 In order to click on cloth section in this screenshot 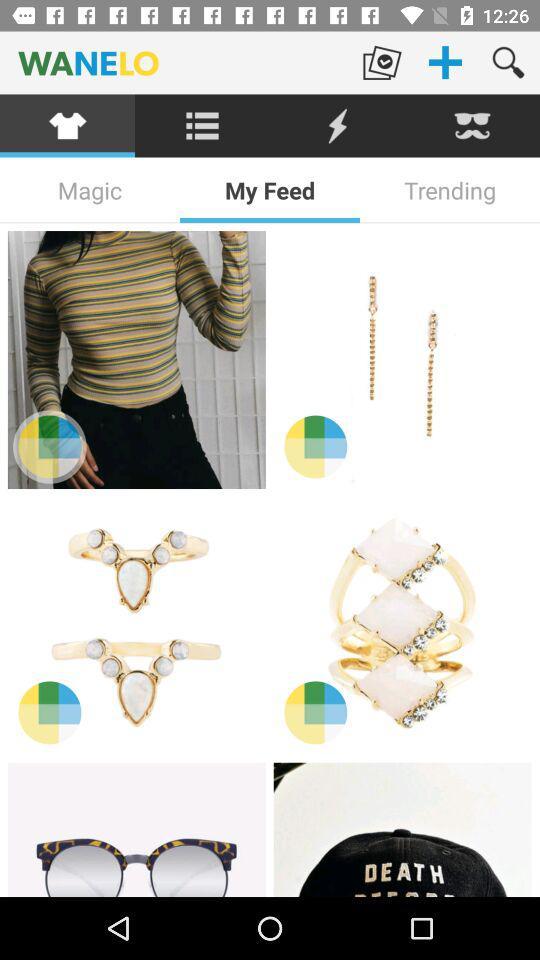, I will do `click(67, 125)`.